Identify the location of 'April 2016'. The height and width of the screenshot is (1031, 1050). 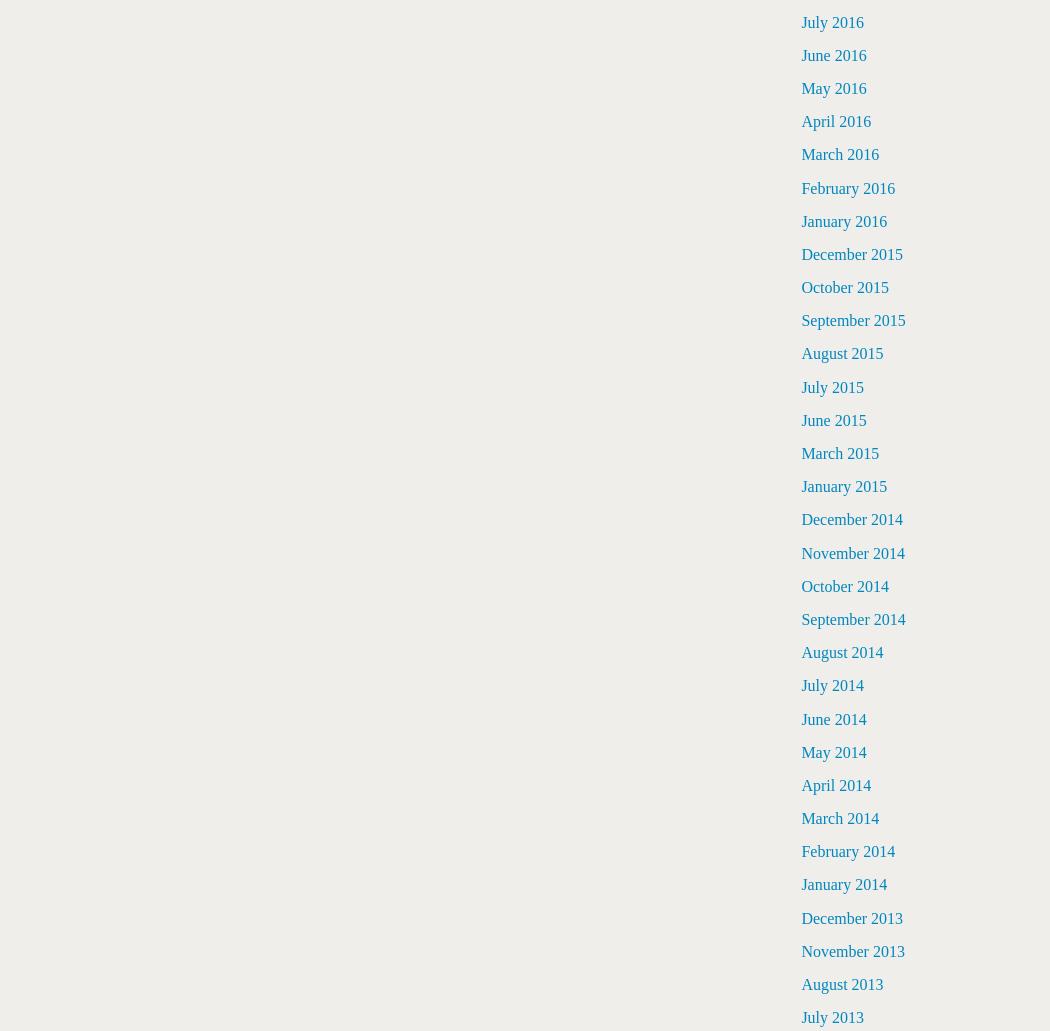
(836, 120).